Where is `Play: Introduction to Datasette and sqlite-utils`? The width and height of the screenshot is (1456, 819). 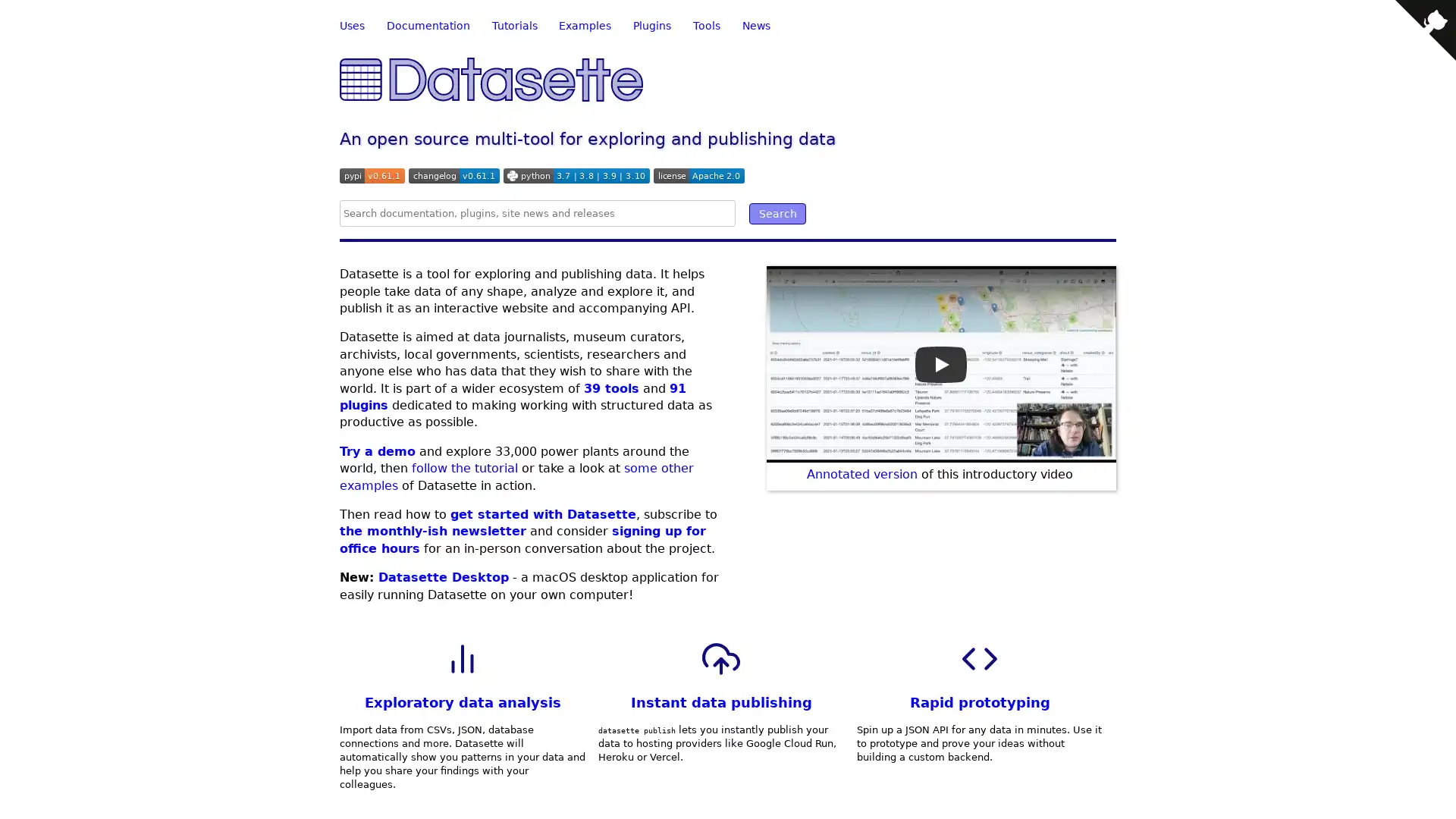
Play: Introduction to Datasette and sqlite-utils is located at coordinates (940, 363).